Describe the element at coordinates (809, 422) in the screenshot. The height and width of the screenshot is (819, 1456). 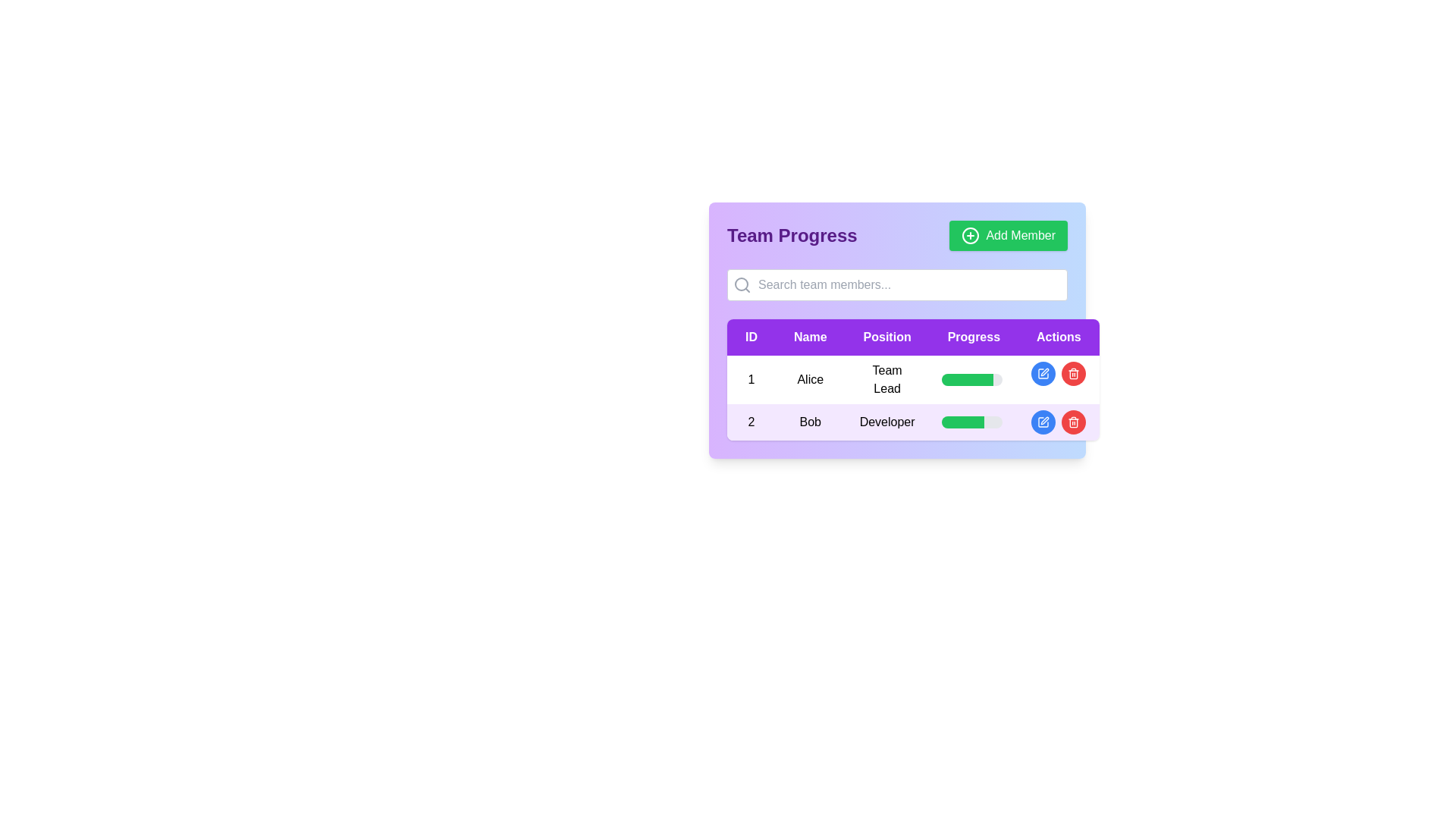
I see `displayed text from the second cell in the 'Name' column of the team progress overview table, which is located directly below the cell containing 'Alice'` at that location.